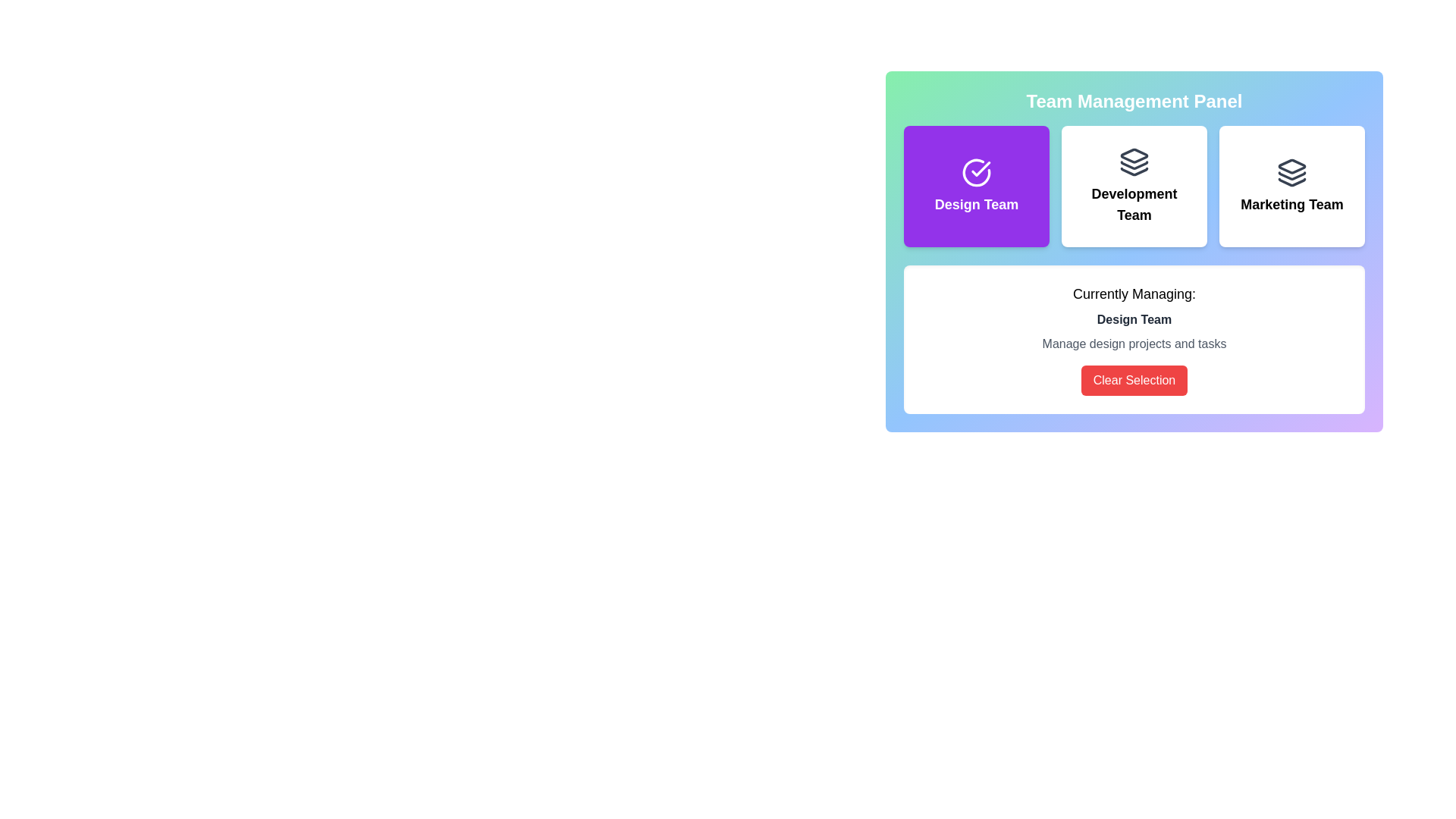 This screenshot has height=819, width=1456. I want to click on the text label 'Design Team' which is a bold and prominent text displayed in dark gray against a white background, located below 'Currently Managing:' and above 'Manage design projects and tasks', so click(1134, 318).